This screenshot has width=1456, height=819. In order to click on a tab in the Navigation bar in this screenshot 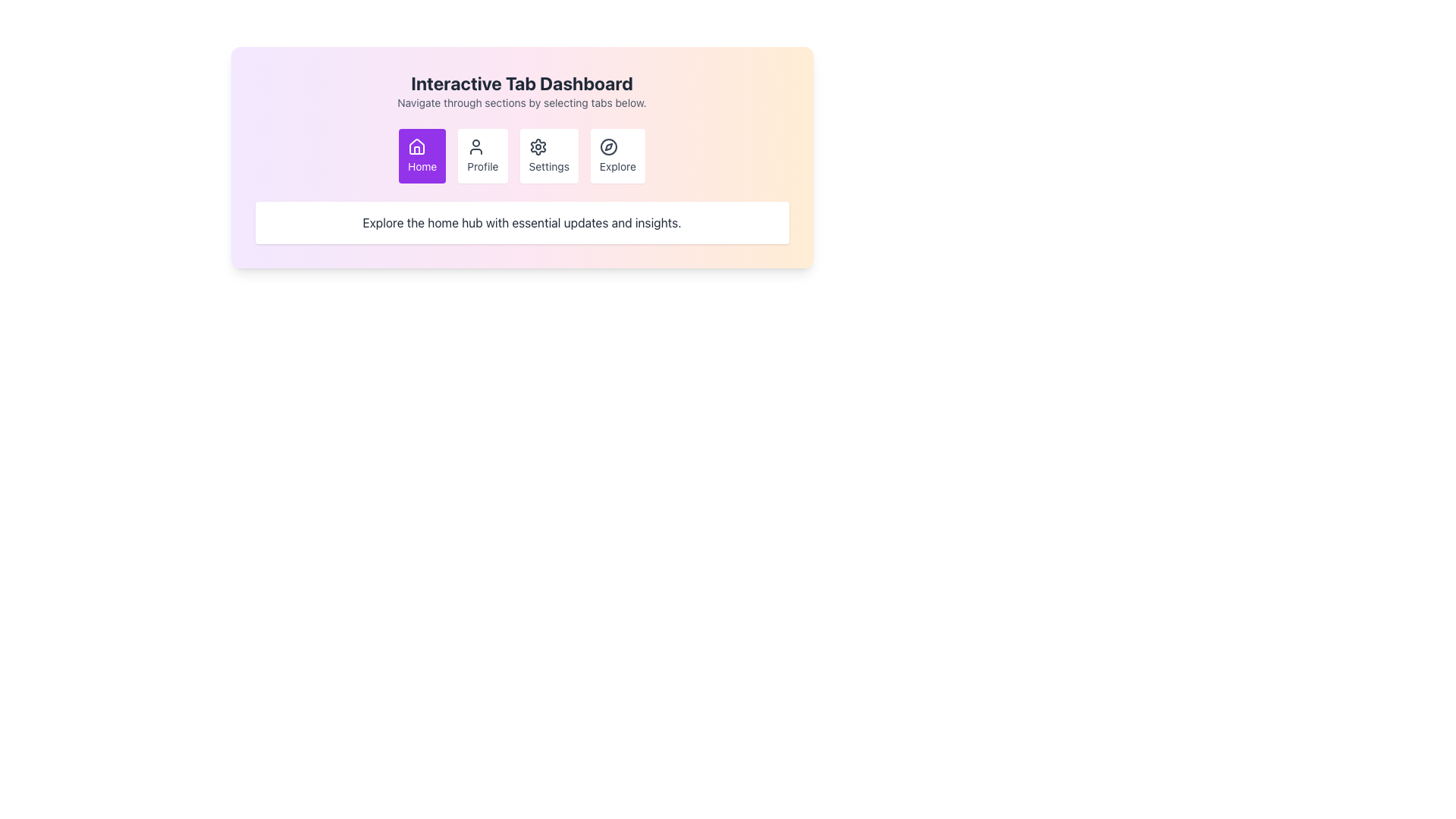, I will do `click(522, 155)`.